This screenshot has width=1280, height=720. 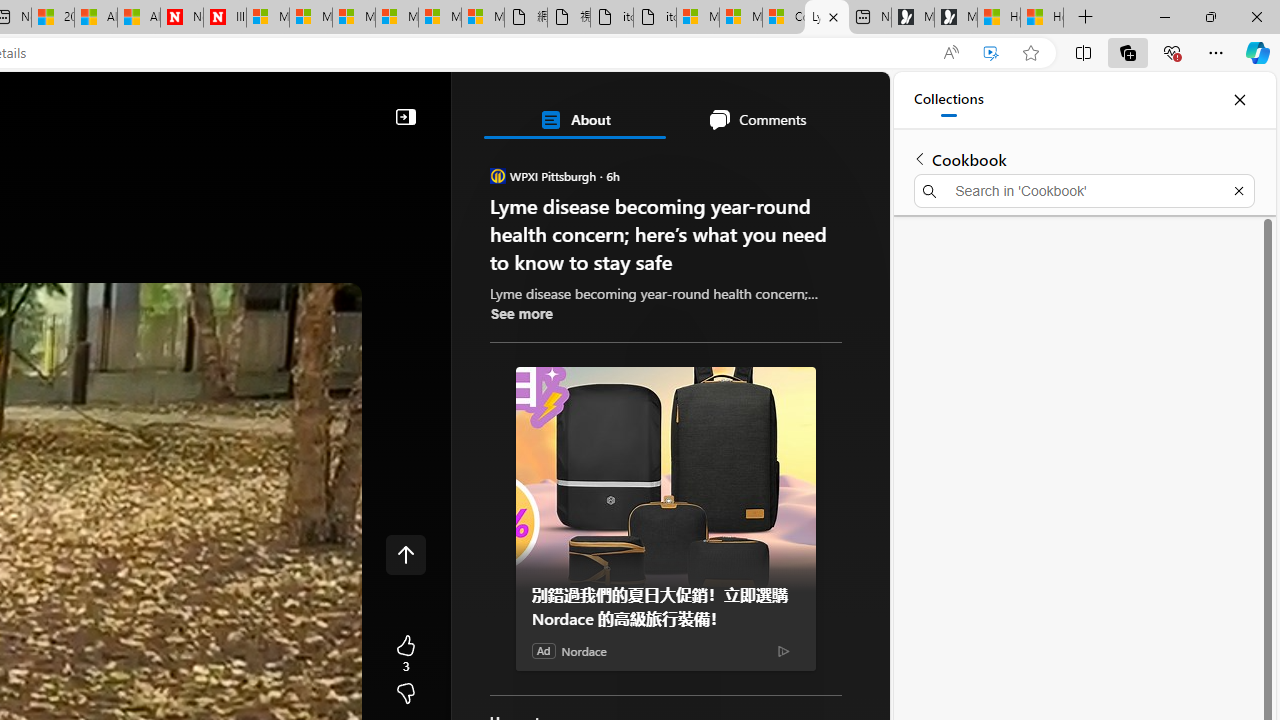 What do you see at coordinates (53, 17) in the screenshot?
I see `'20 Ways to Boost Your Protein Intake at Every Meal'` at bounding box center [53, 17].